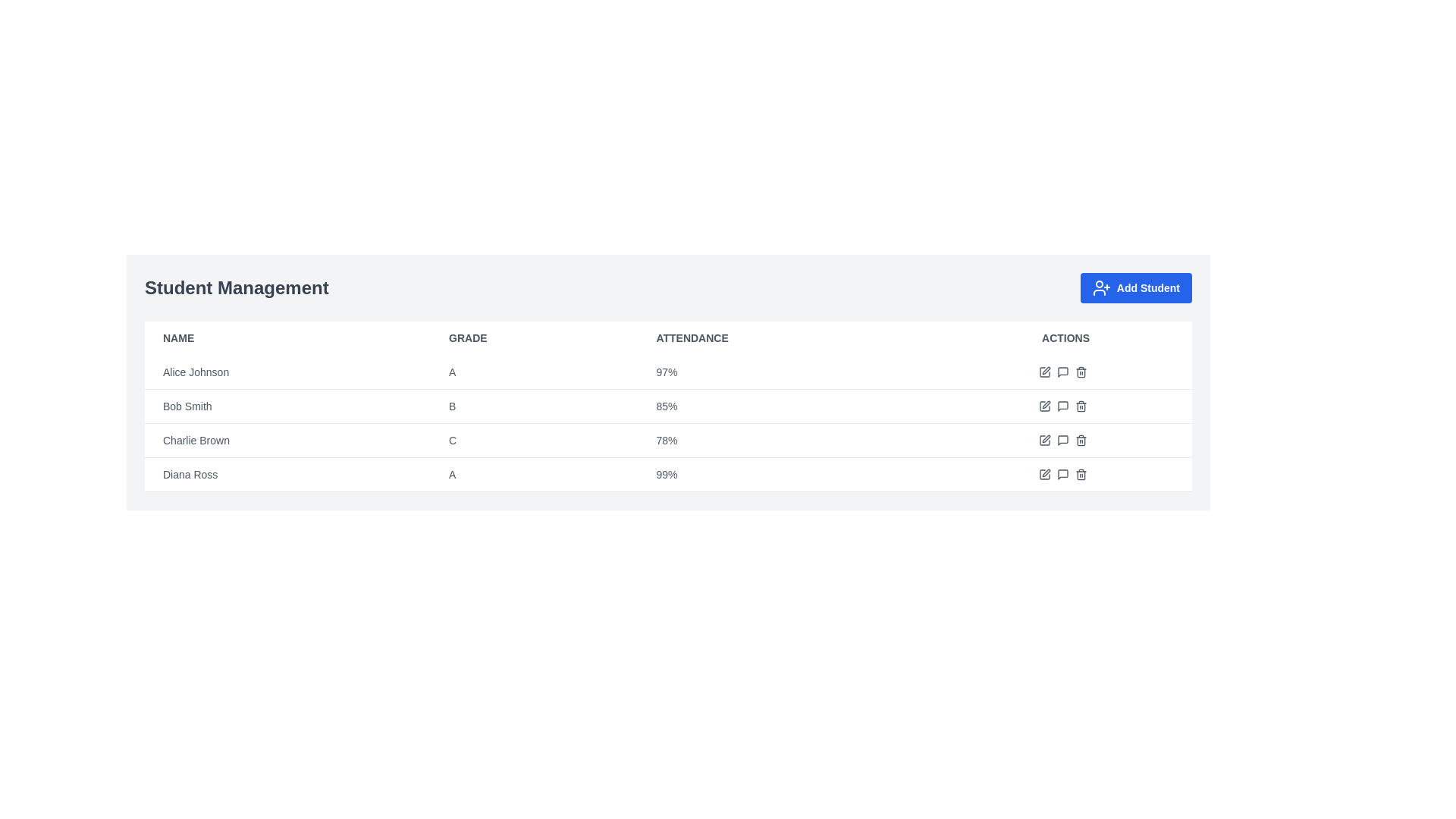  I want to click on the single uppercase letter 'A' in the grade column for 'Alice Johnson', which is displayed in dark grey on a white background, so click(534, 372).